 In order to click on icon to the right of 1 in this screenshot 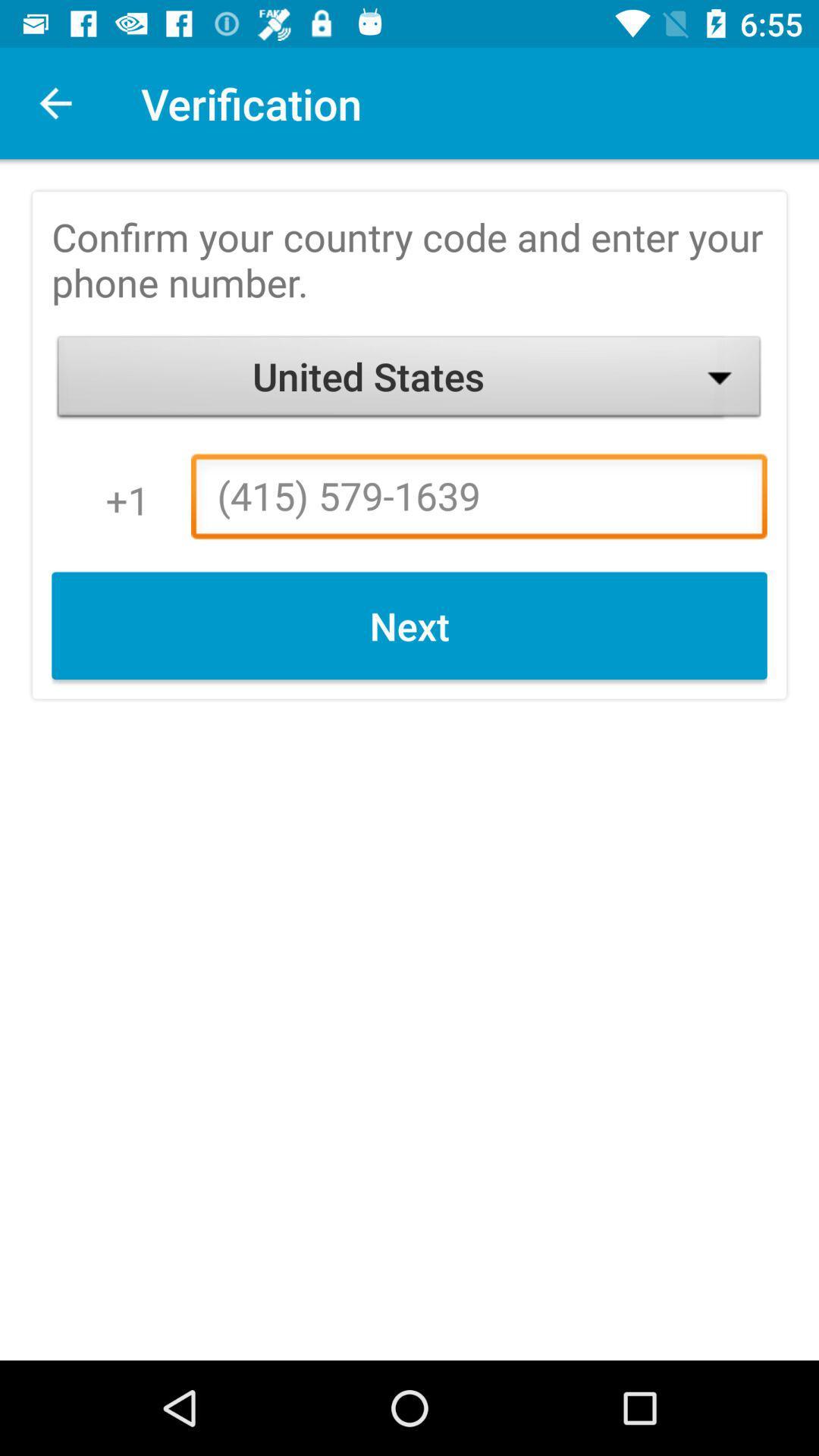, I will do `click(479, 500)`.